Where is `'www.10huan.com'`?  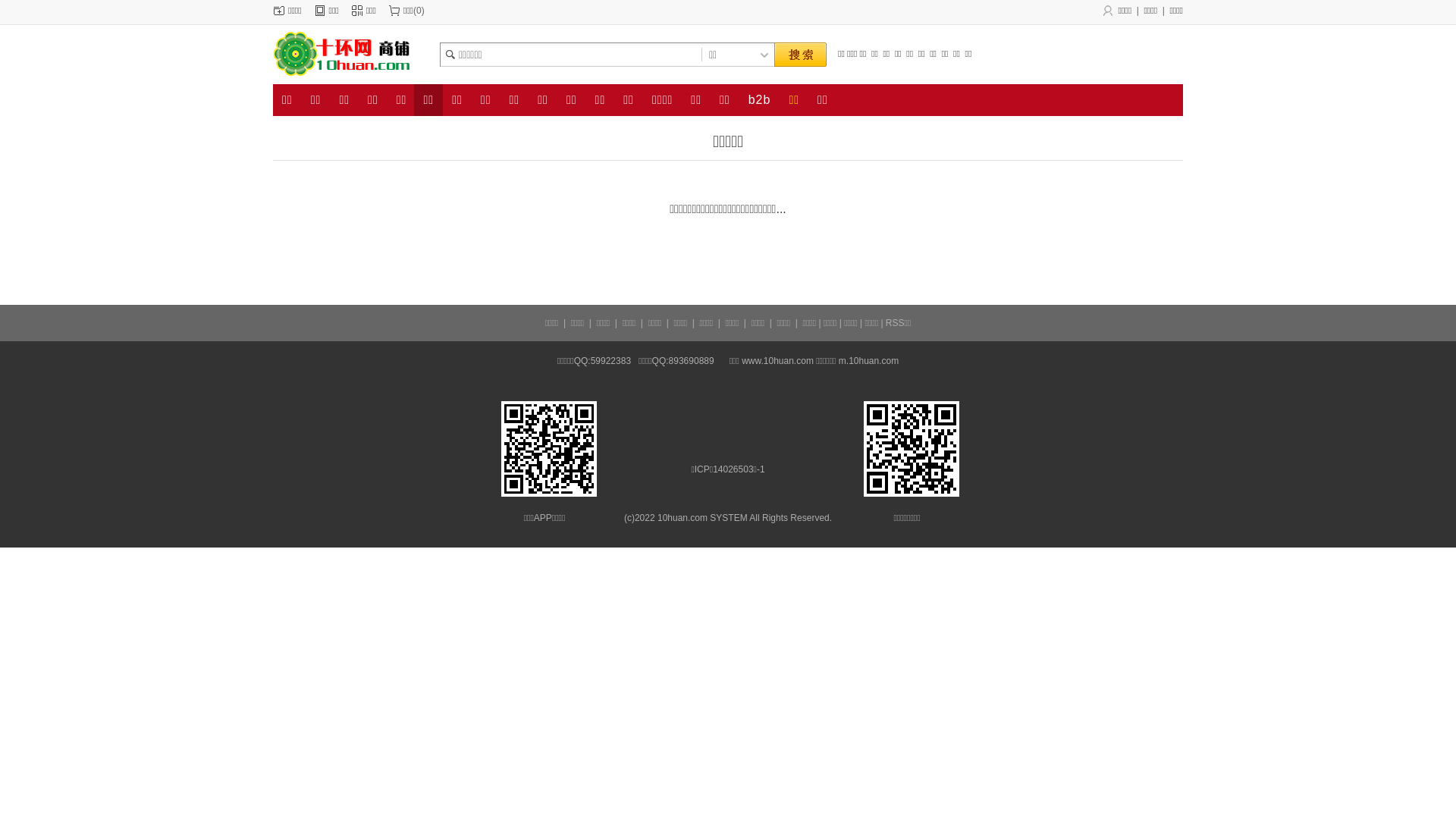 'www.10huan.com' is located at coordinates (777, 360).